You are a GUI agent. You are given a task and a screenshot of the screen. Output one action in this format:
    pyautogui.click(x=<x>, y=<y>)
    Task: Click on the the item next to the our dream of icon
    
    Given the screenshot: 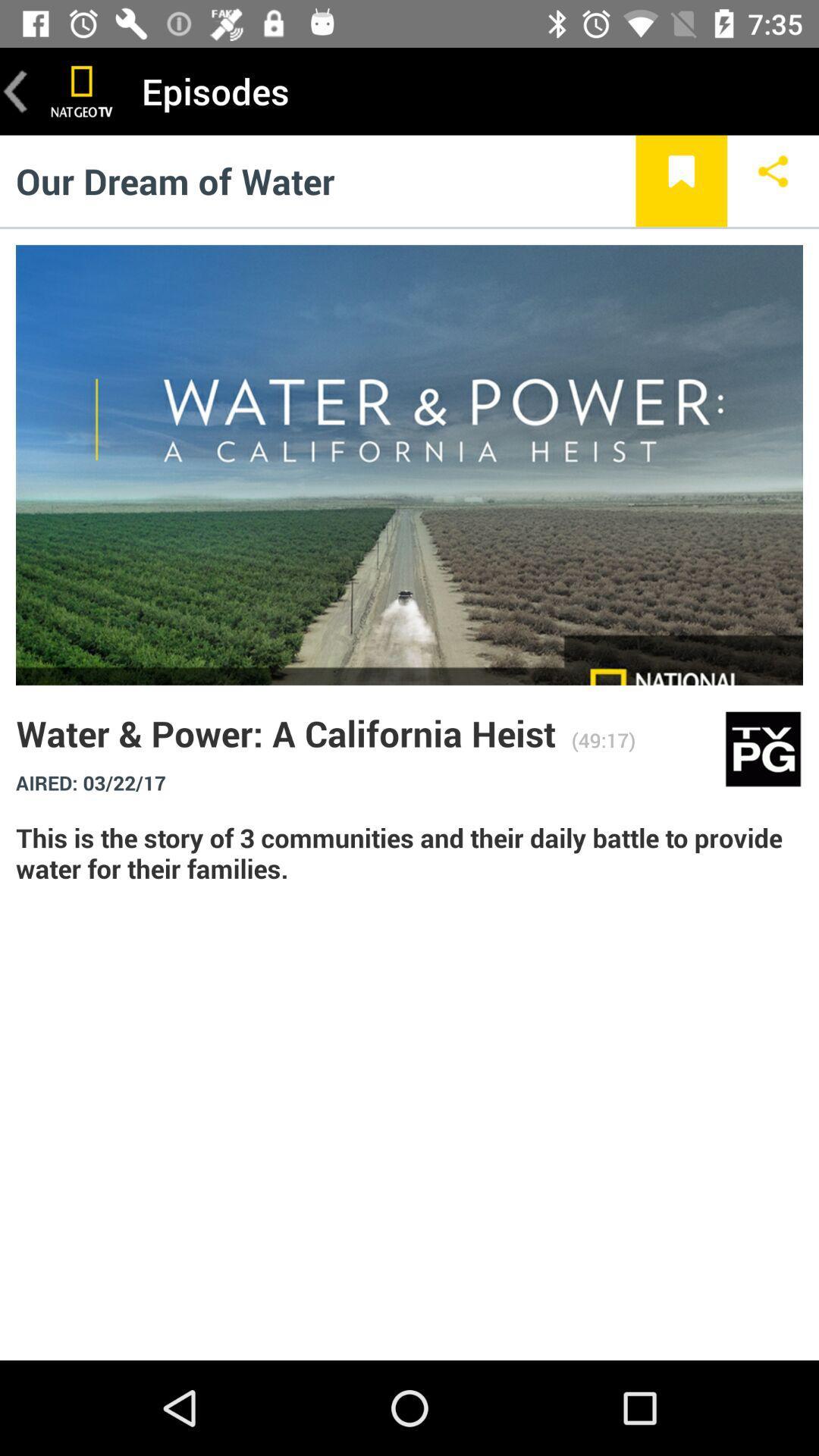 What is the action you would take?
    pyautogui.click(x=680, y=180)
    